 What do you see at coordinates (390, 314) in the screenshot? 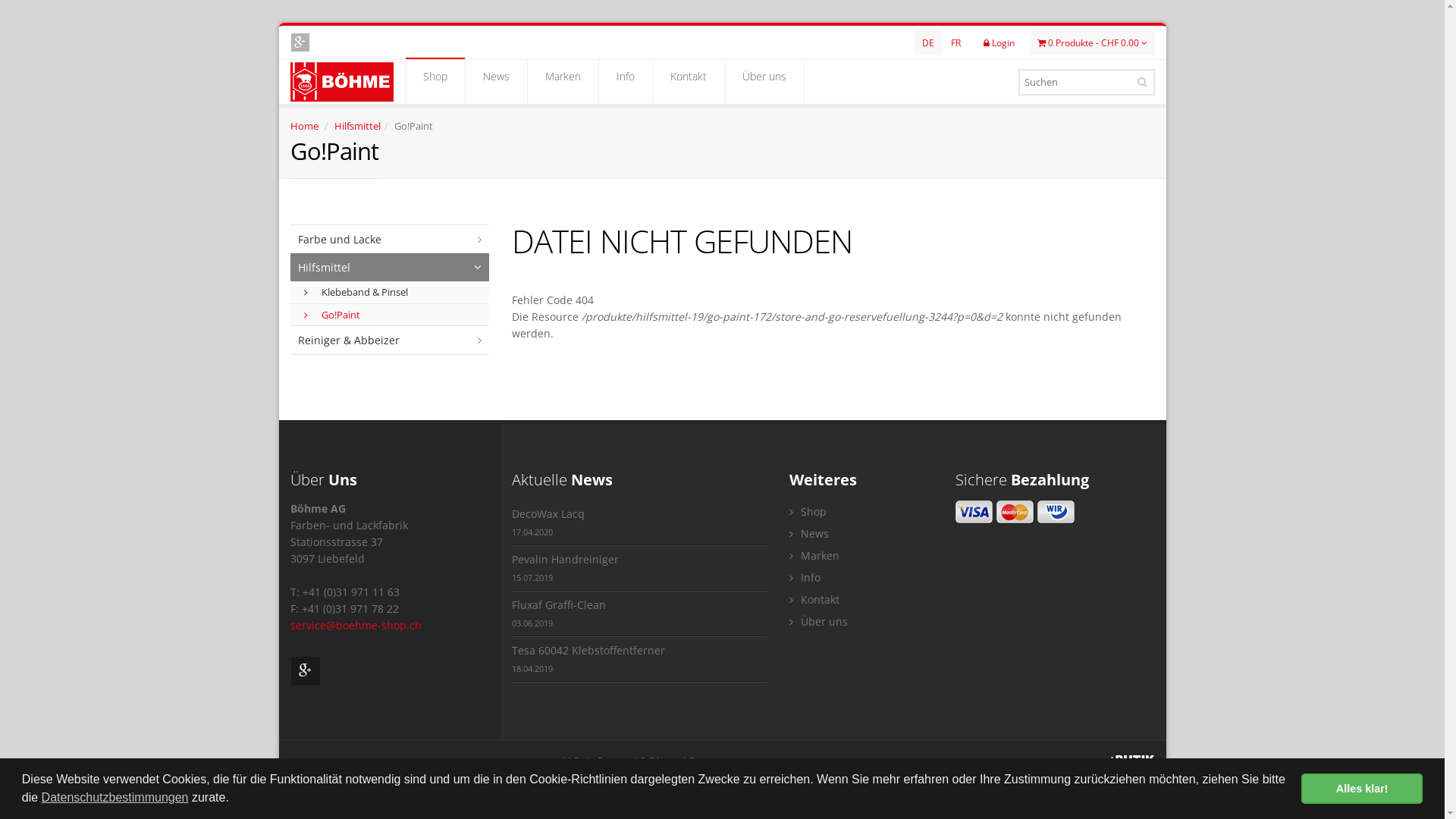
I see `'Go!Paint'` at bounding box center [390, 314].